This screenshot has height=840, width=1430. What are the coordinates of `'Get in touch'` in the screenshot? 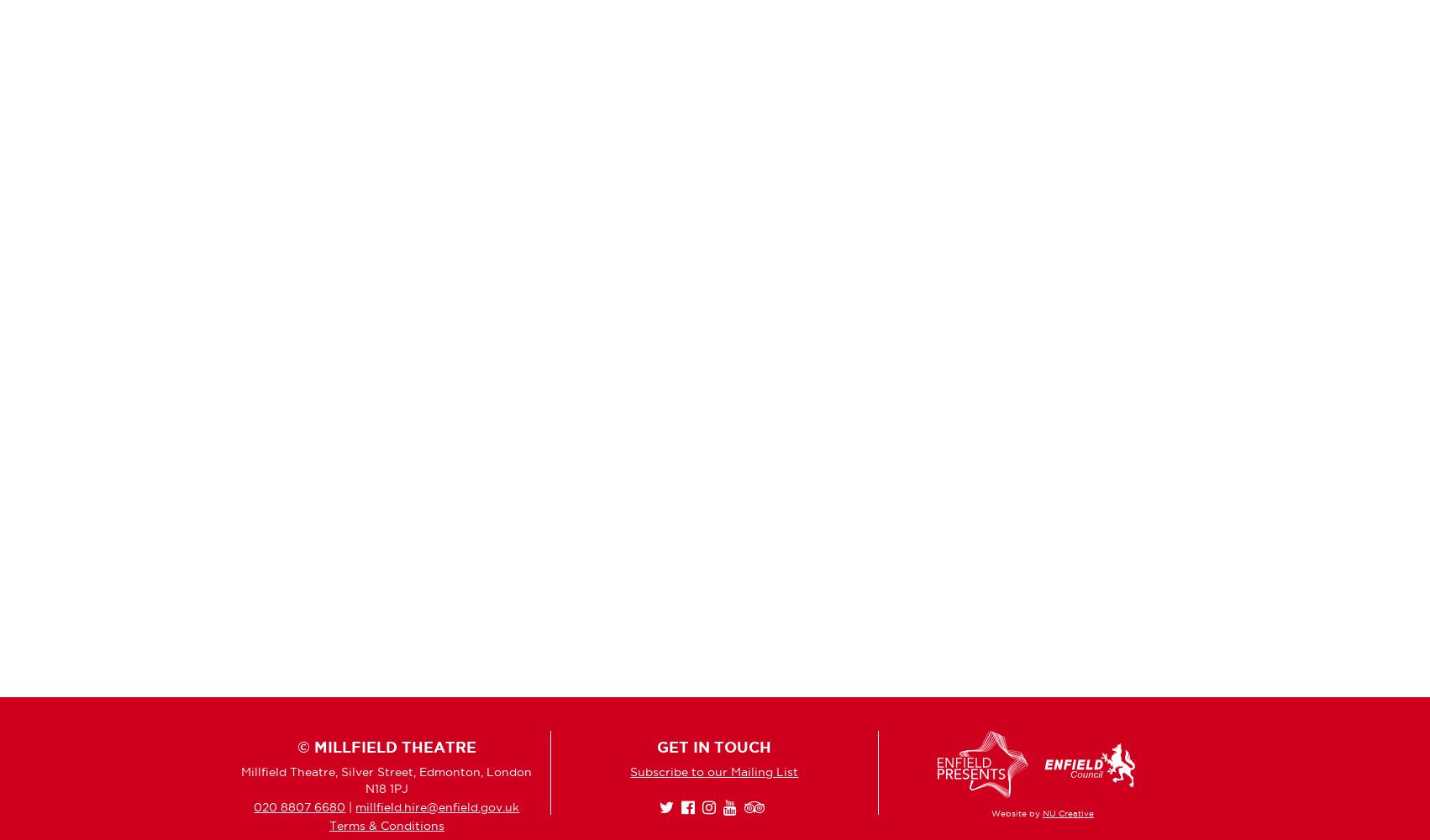 It's located at (712, 747).